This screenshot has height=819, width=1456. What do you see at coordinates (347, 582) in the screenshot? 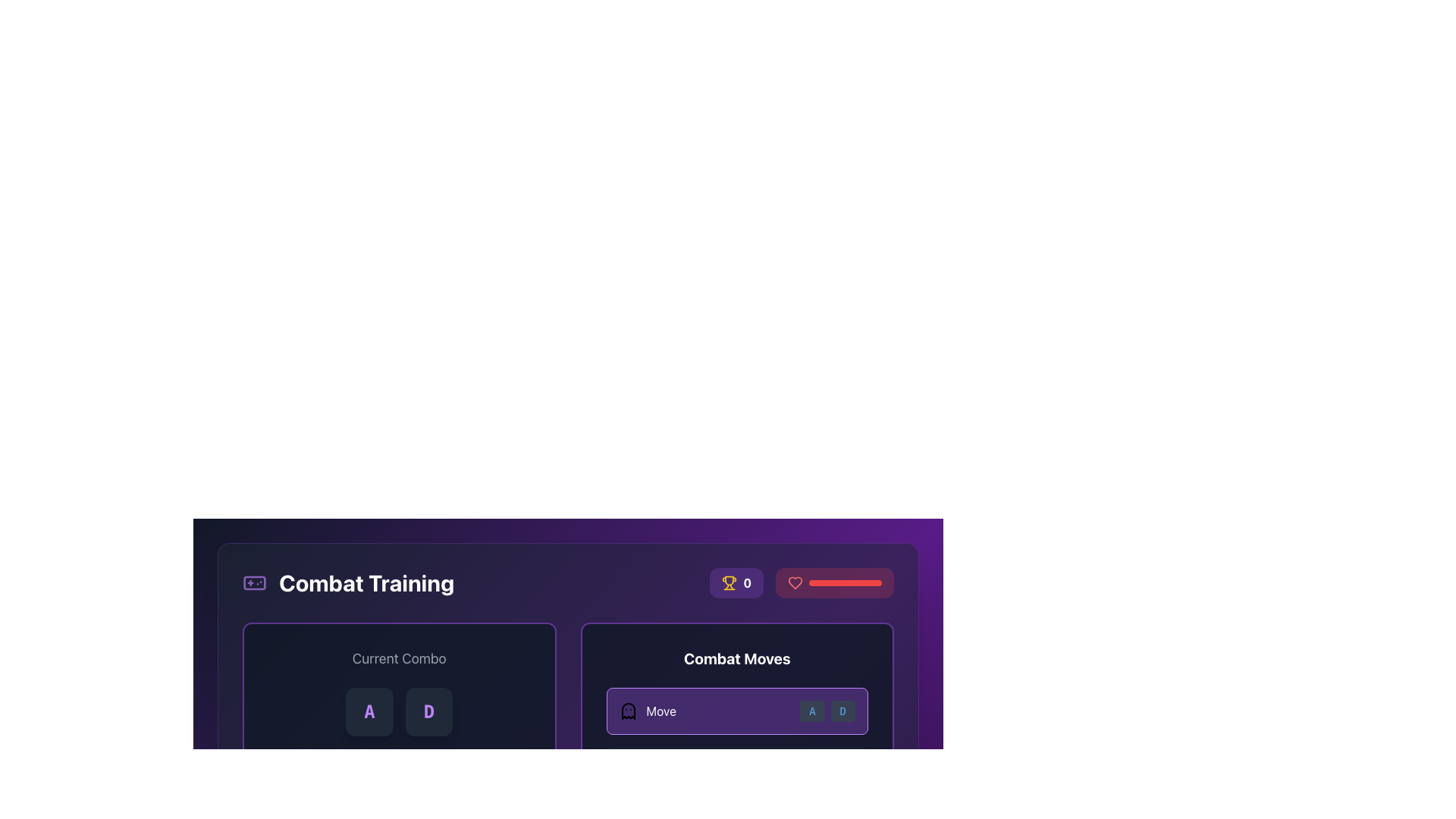
I see `the 'Combat Training' header, which features large, bold, white text and a purple game controller icon to its left, for navigation or interaction` at bounding box center [347, 582].